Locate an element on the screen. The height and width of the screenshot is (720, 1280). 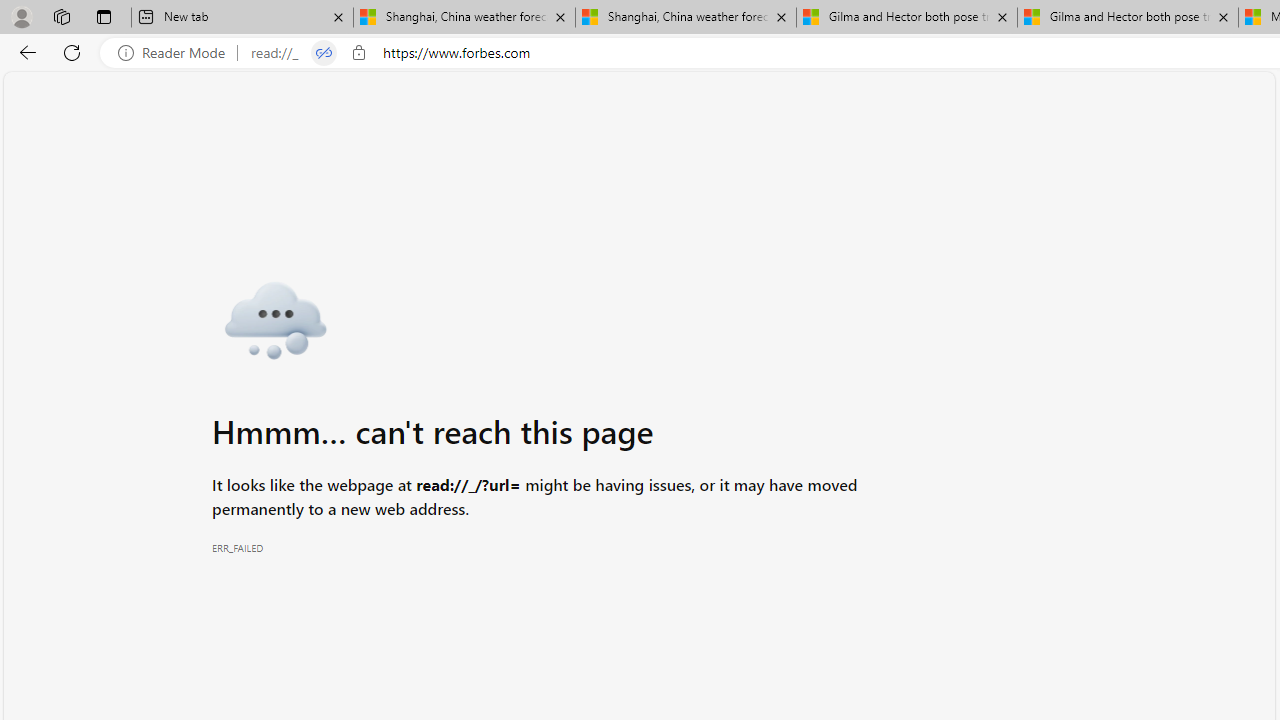
'Reader Mode' is located at coordinates (177, 52).